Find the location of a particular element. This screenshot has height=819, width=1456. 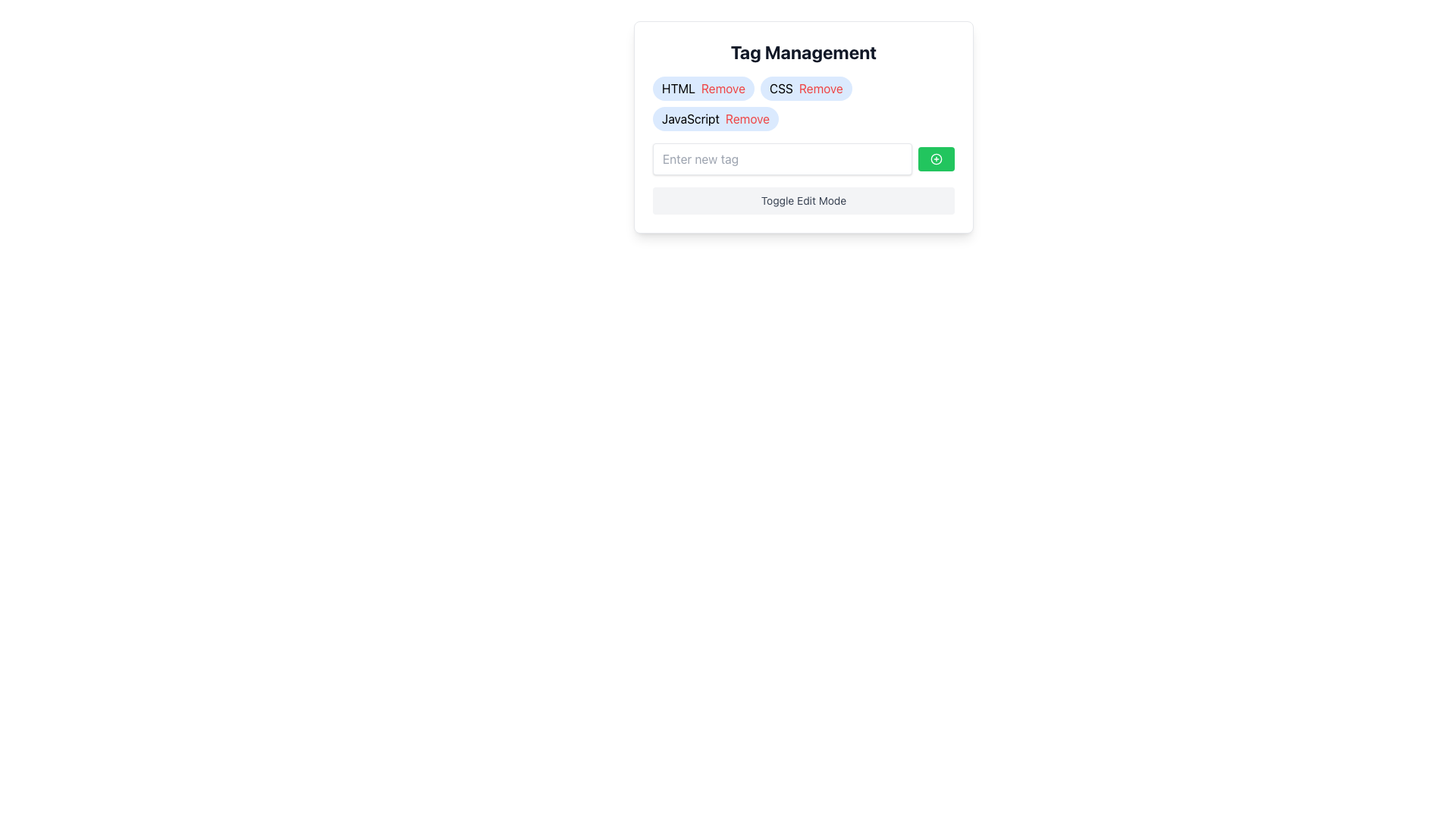

the pill-shaped tag labeled 'JavaScript' with a light blue background, located in the tag group under 'Tag Management' is located at coordinates (715, 118).